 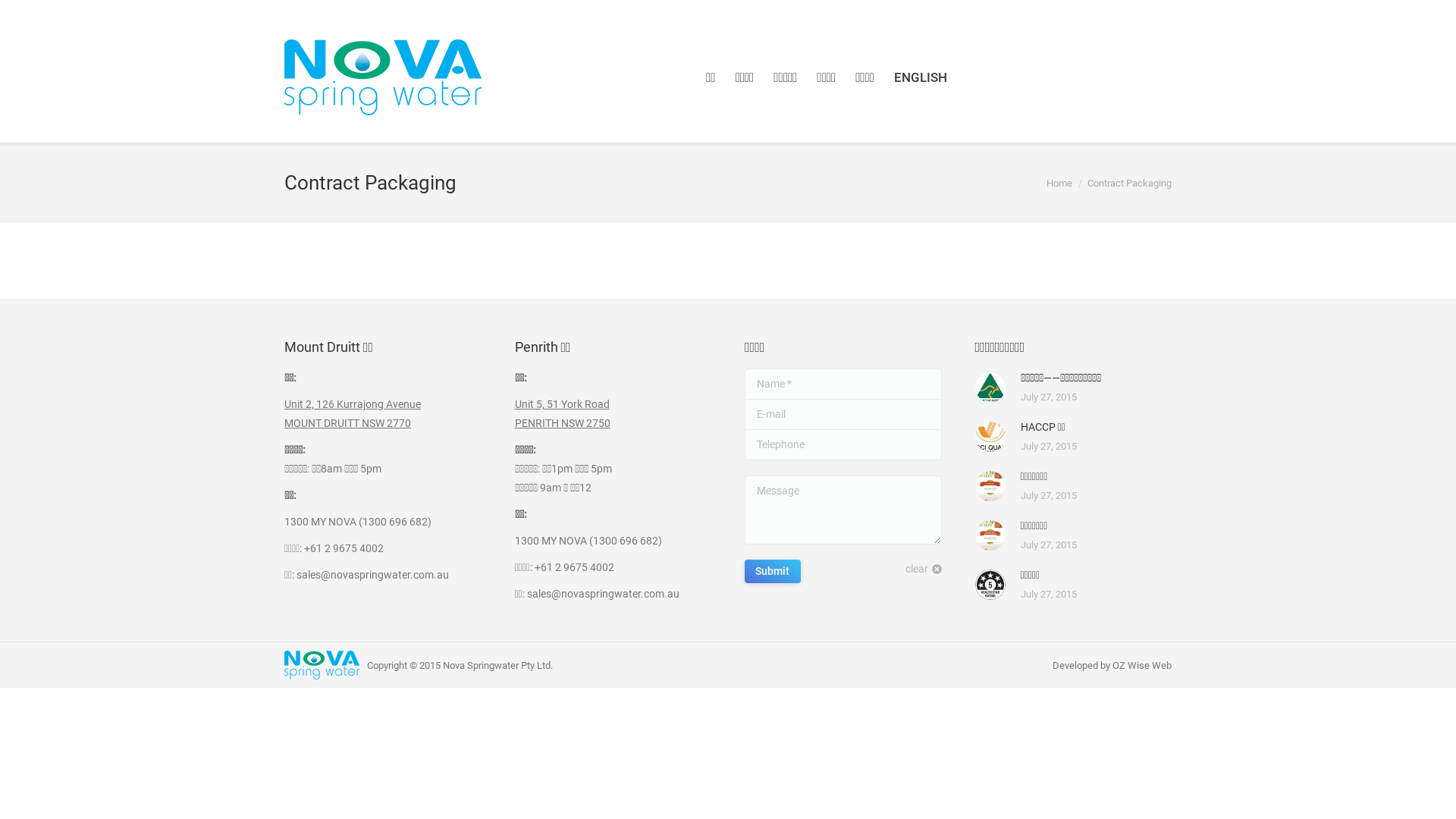 What do you see at coordinates (352, 403) in the screenshot?
I see `'Unit 2, 126 Kurrajong Avenue'` at bounding box center [352, 403].